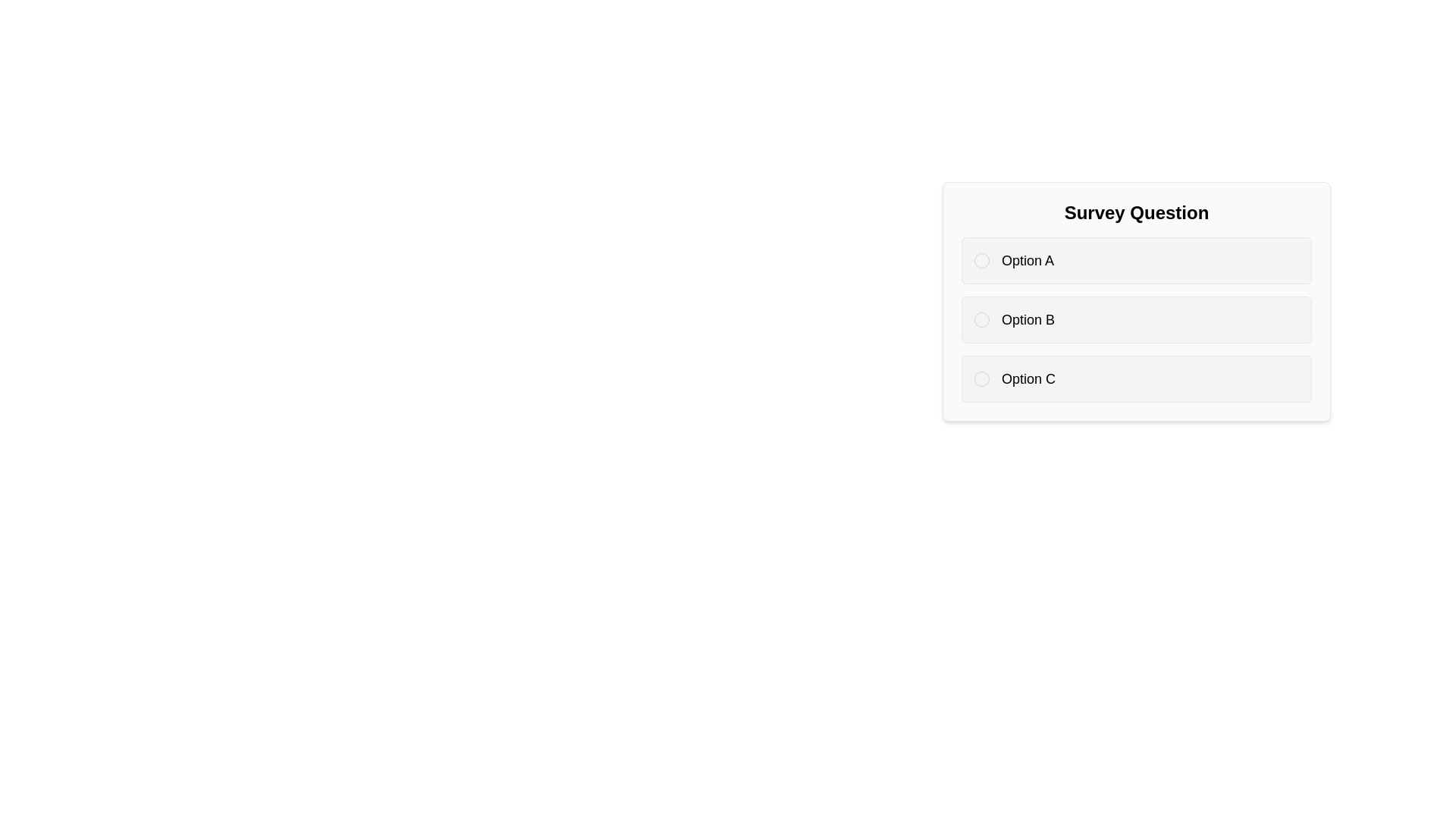 This screenshot has width=1456, height=819. I want to click on the radio button for 'Option C', so click(982, 378).